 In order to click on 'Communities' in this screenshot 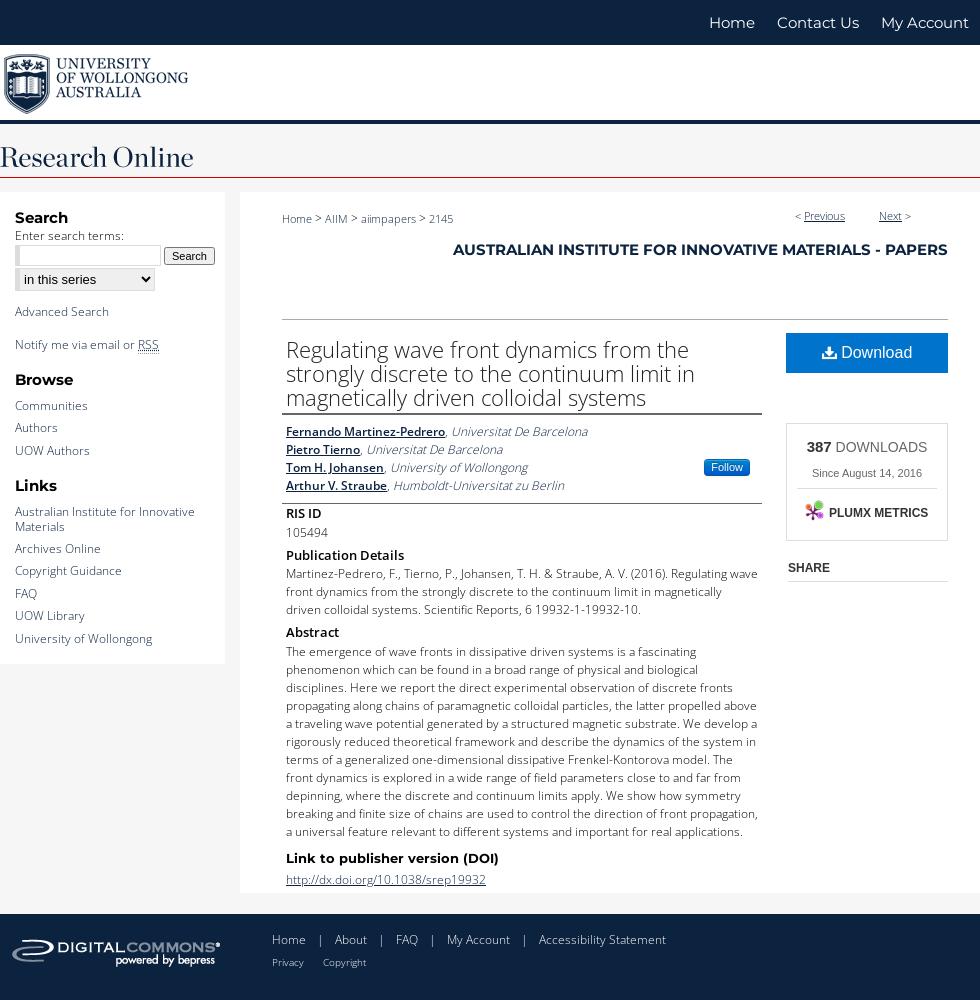, I will do `click(51, 404)`.